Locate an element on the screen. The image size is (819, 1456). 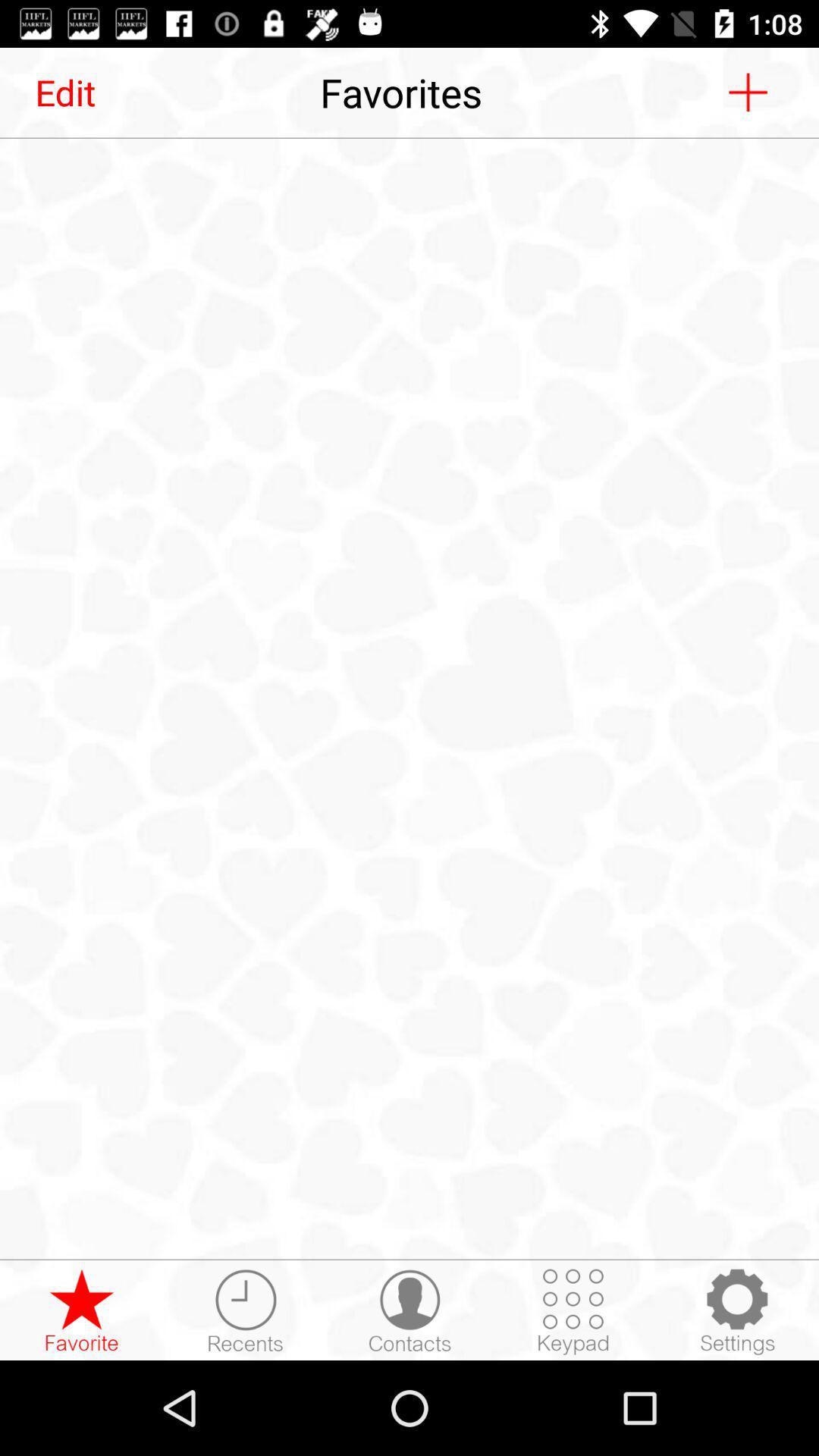
recent calls is located at coordinates (245, 1310).